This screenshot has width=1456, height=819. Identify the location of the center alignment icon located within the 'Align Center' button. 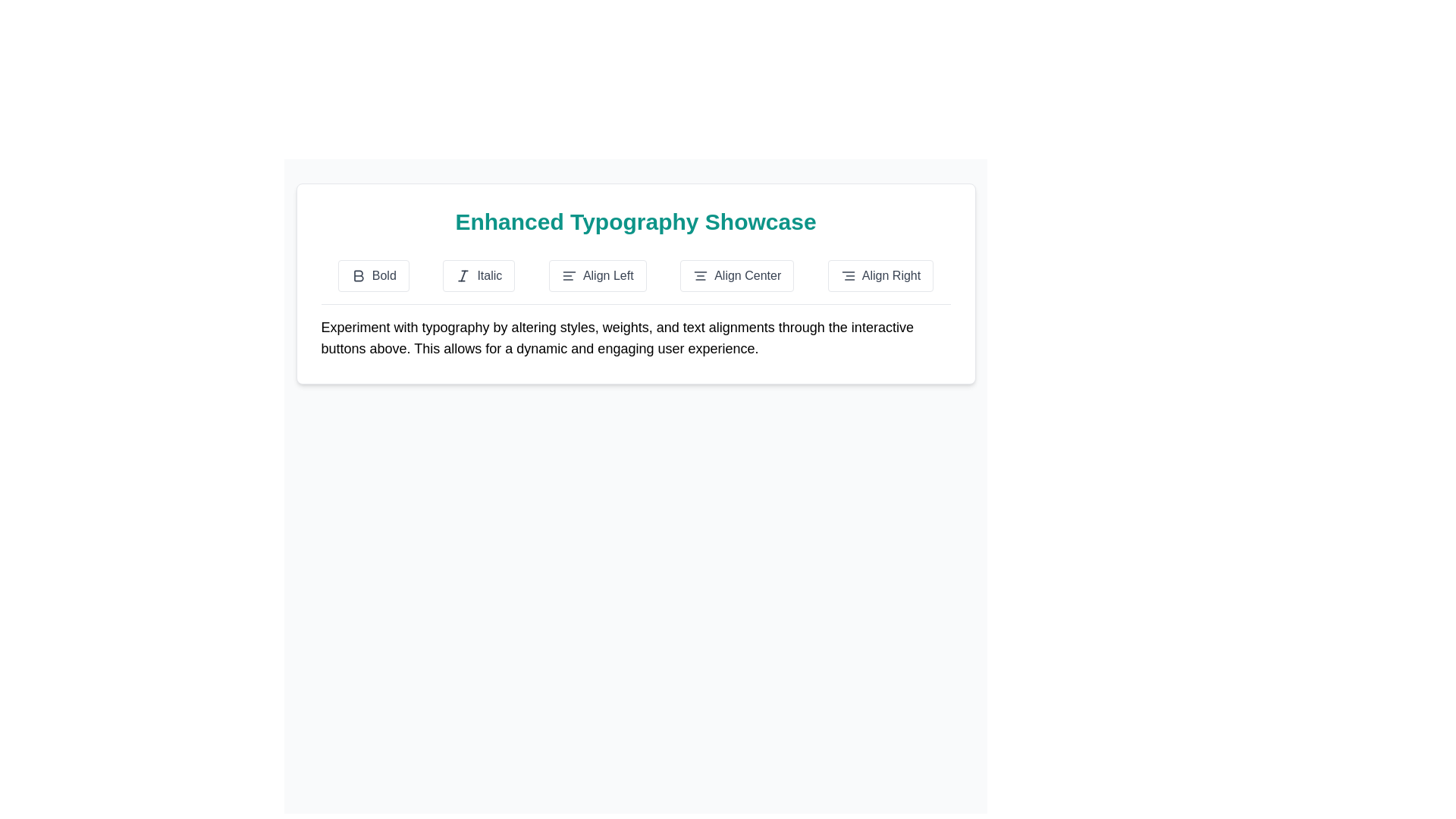
(700, 275).